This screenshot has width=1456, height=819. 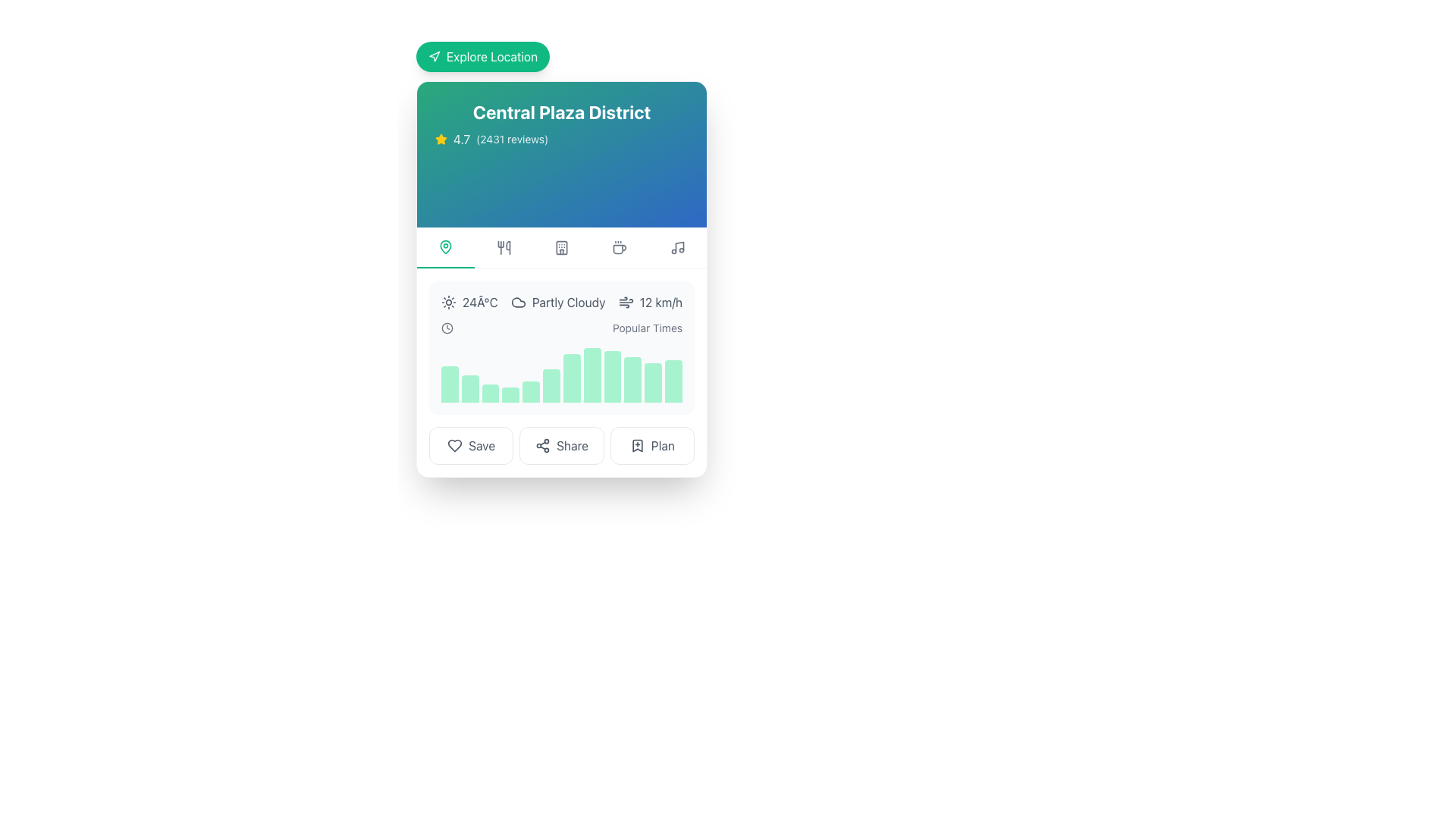 What do you see at coordinates (653, 382) in the screenshot?
I see `the eleventh vertical bar in the chart, which has rounded top corners and is solid emerald green, positioned toward the right side of the chart, below the weather and time data section` at bounding box center [653, 382].